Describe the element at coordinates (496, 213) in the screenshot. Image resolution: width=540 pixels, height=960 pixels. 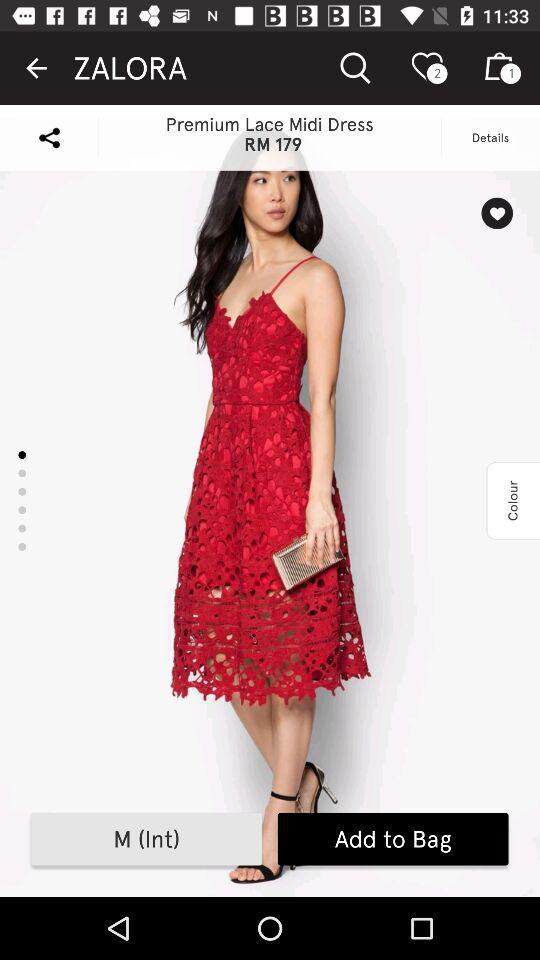
I see `wishlist icon` at that location.